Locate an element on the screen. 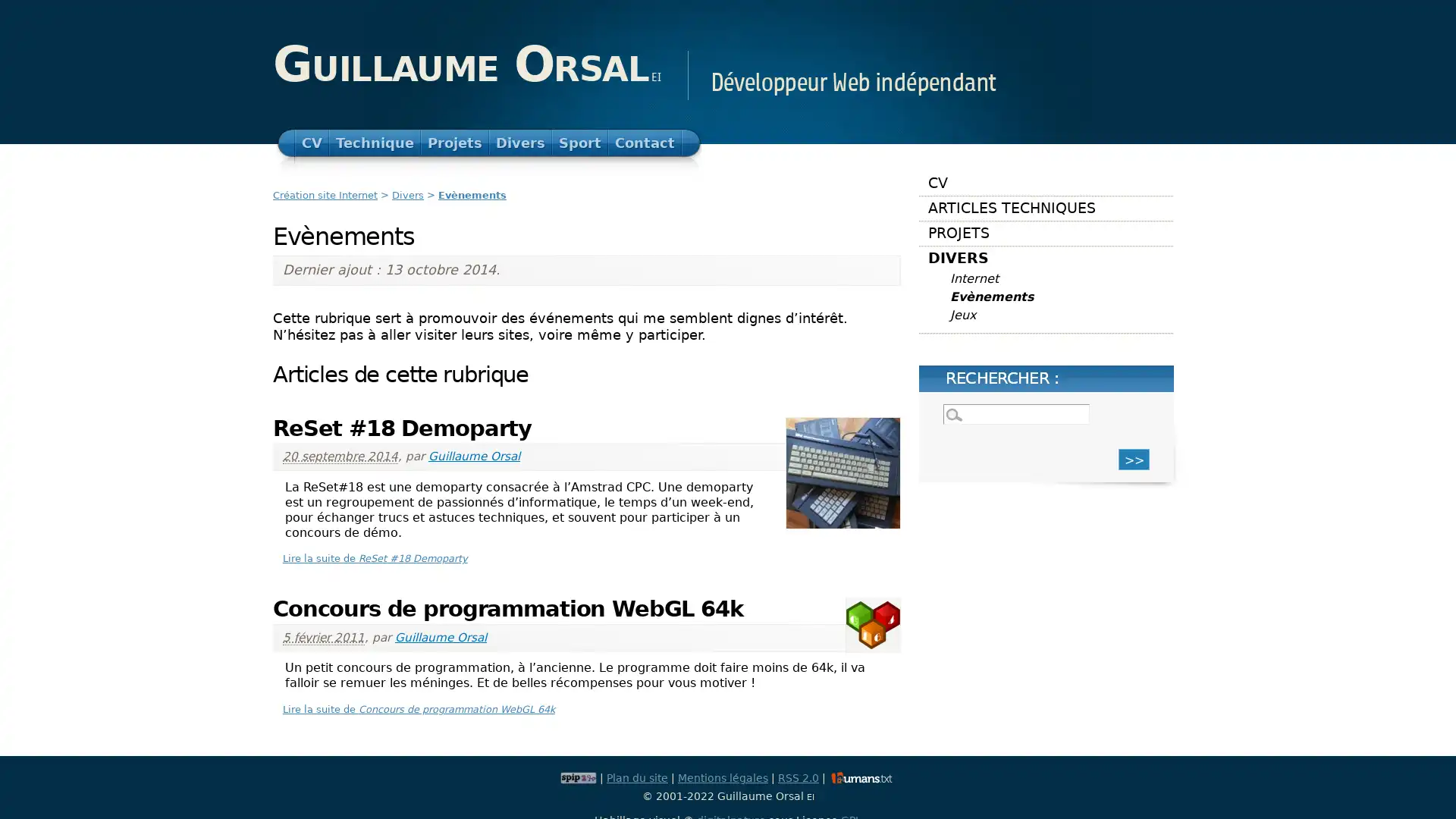 Image resolution: width=1456 pixels, height=819 pixels. >> is located at coordinates (1134, 458).